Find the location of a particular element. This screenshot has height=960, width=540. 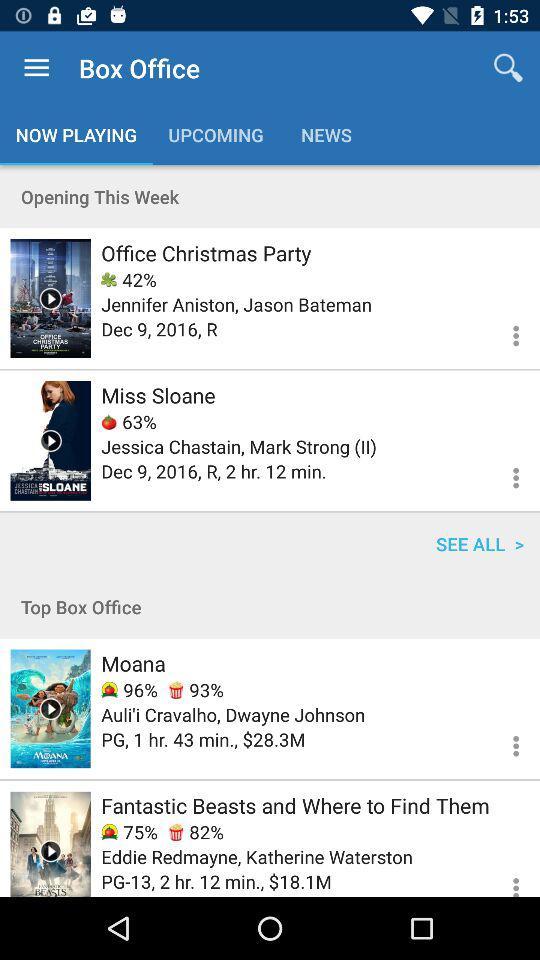

more option is located at coordinates (503, 742).